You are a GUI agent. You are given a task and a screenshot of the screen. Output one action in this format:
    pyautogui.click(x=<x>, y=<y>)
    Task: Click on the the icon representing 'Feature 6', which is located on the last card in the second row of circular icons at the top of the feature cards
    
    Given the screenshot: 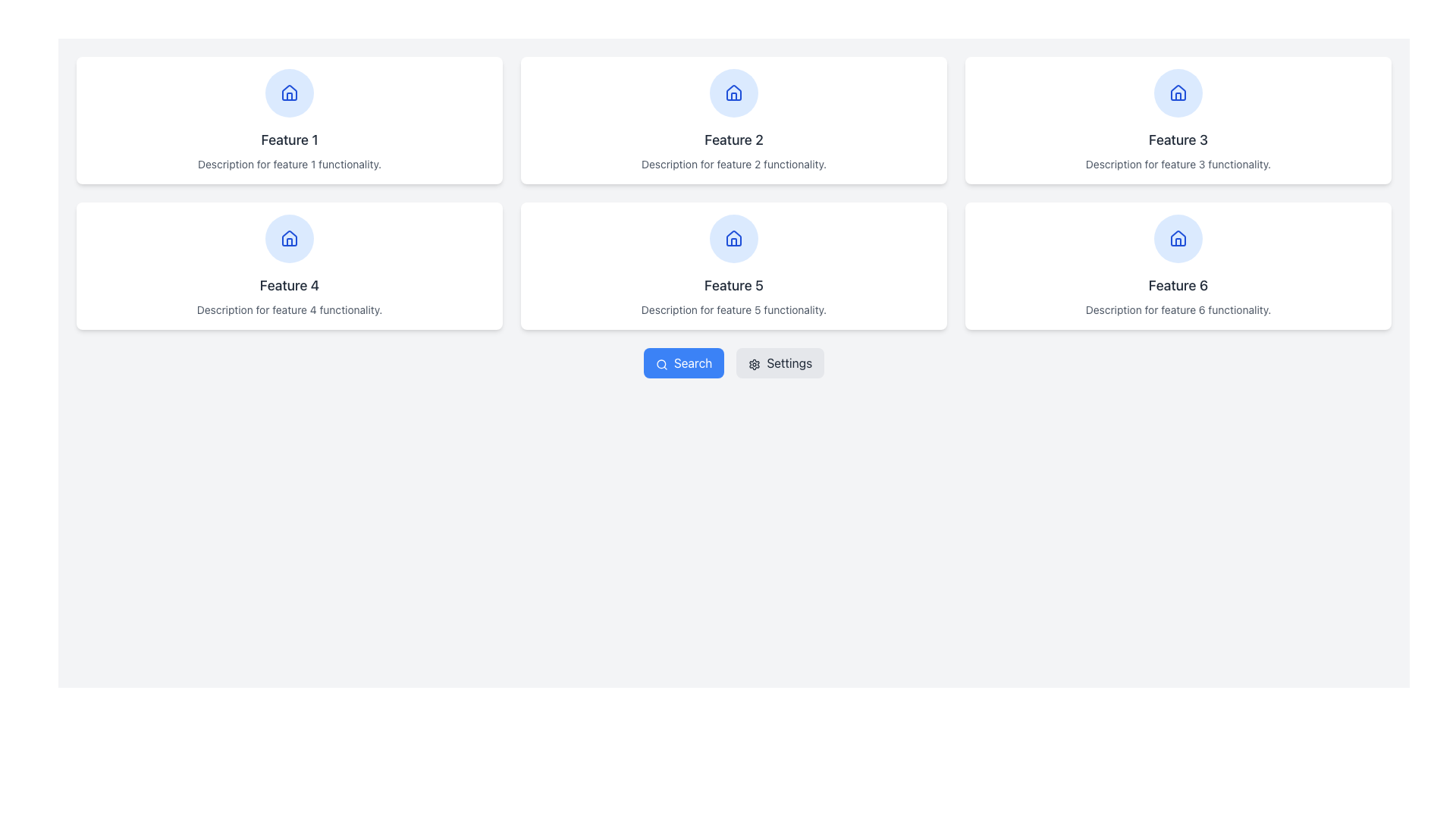 What is the action you would take?
    pyautogui.click(x=1178, y=237)
    